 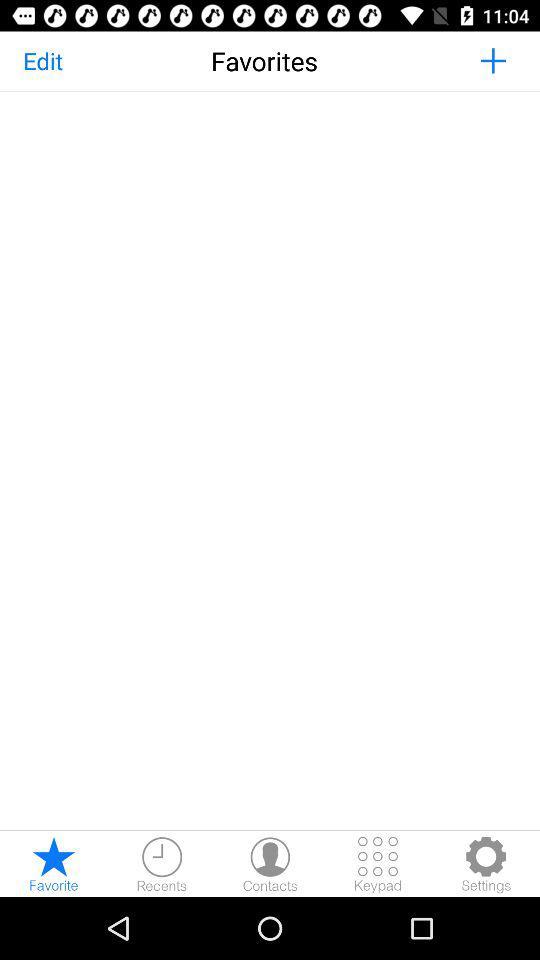 I want to click on keypad option, so click(x=378, y=863).